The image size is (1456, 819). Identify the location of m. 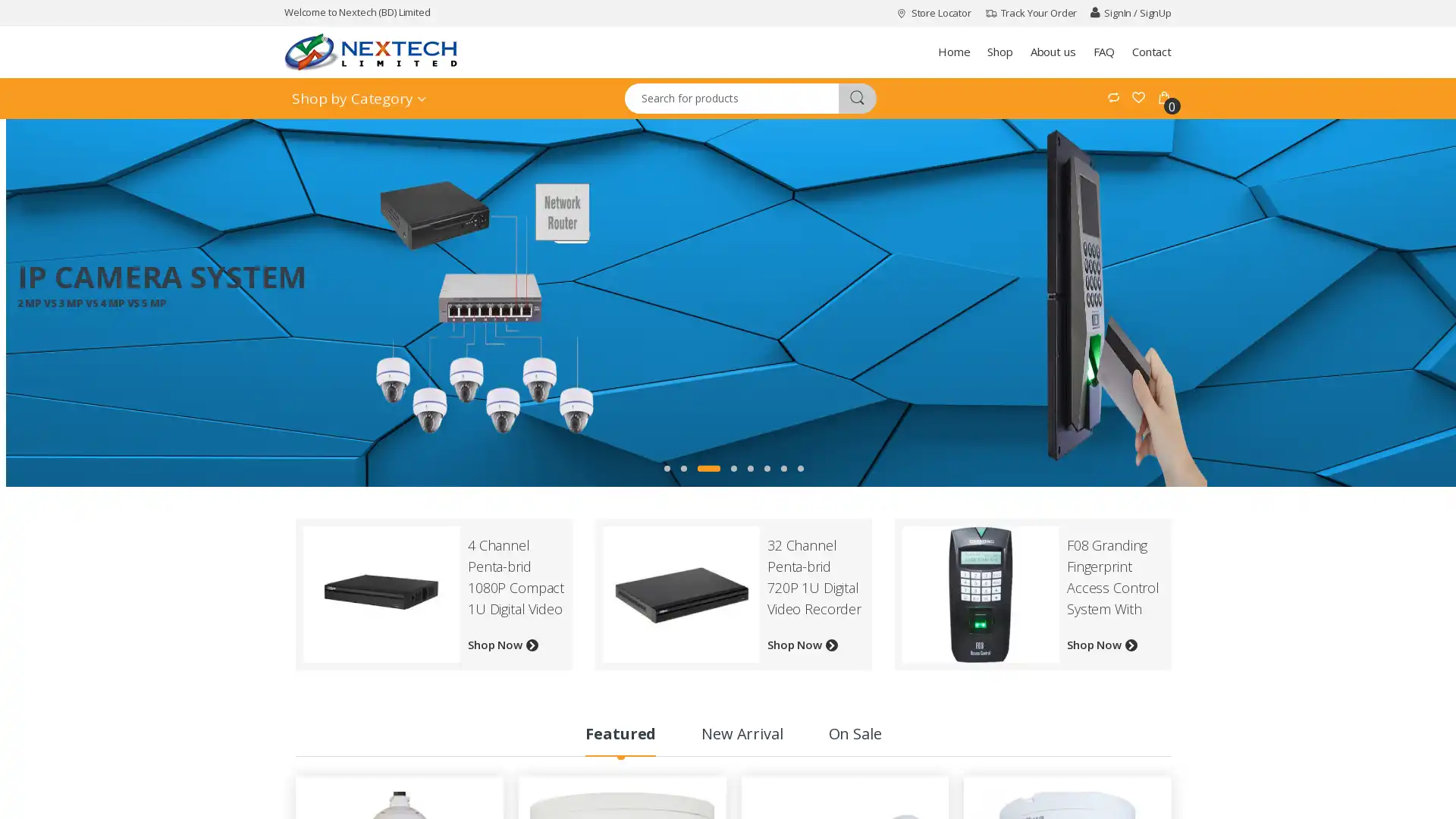
(856, 97).